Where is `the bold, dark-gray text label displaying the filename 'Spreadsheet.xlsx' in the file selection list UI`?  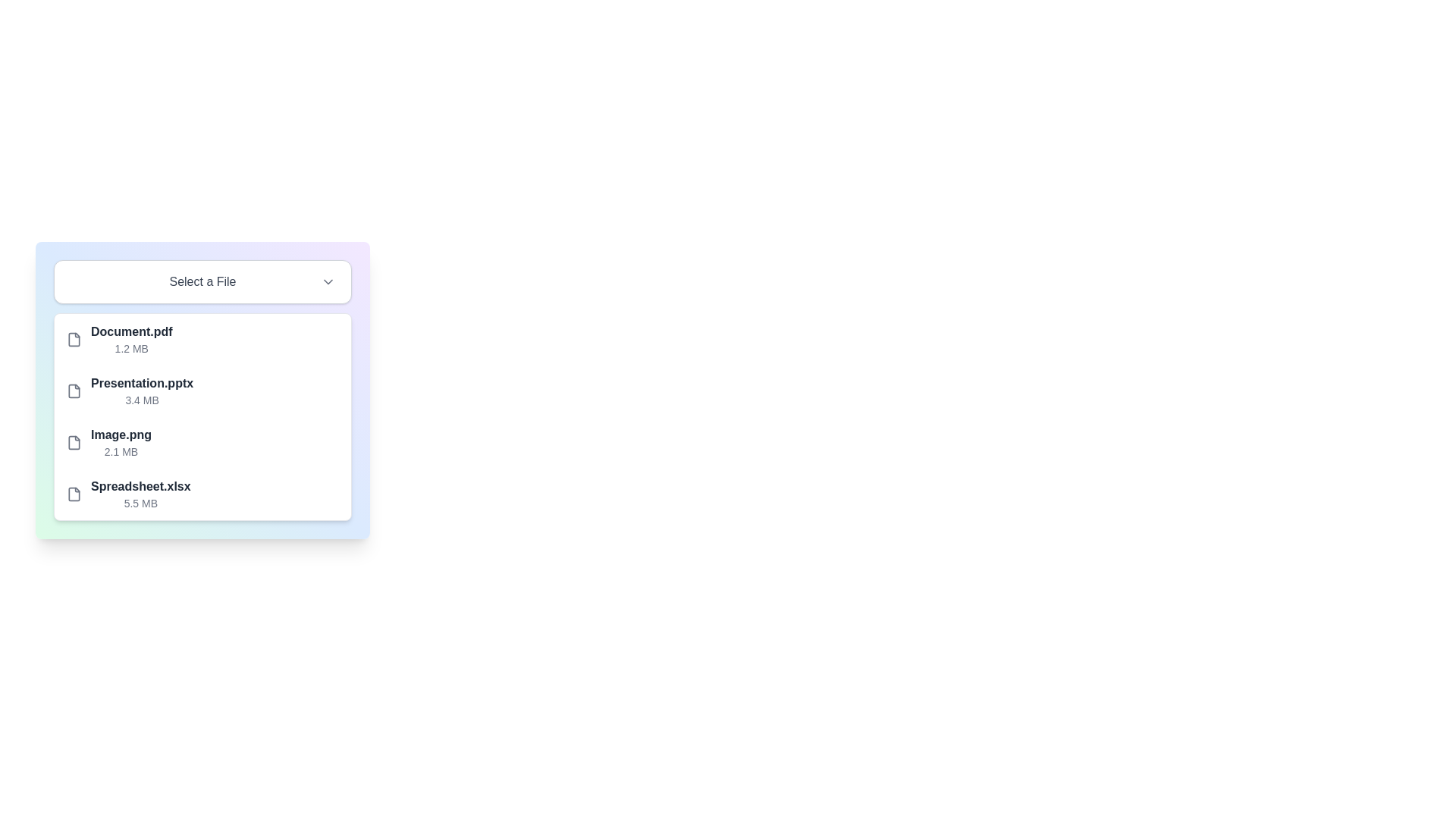 the bold, dark-gray text label displaying the filename 'Spreadsheet.xlsx' in the file selection list UI is located at coordinates (140, 486).